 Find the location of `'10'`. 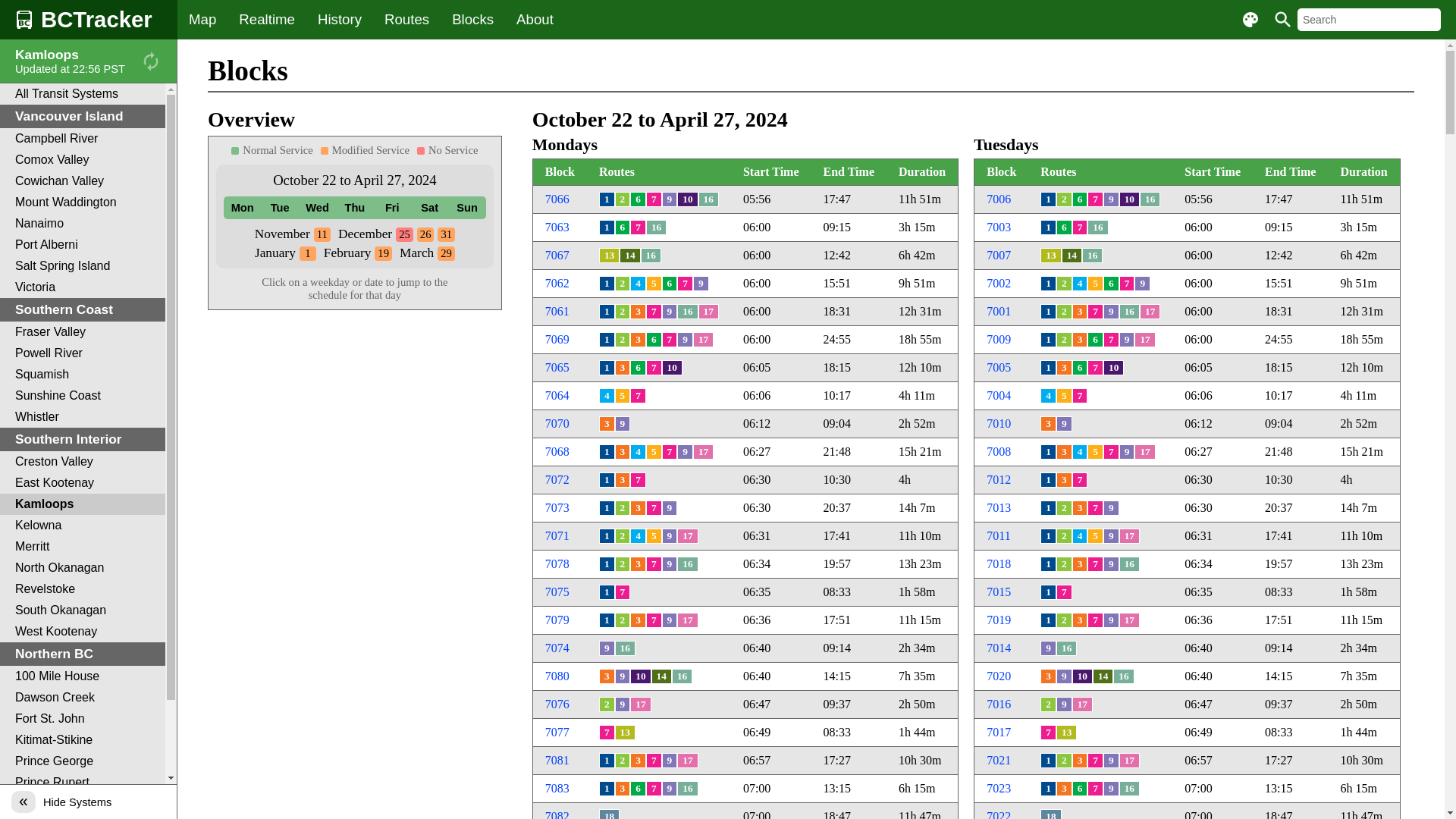

'10' is located at coordinates (1113, 368).